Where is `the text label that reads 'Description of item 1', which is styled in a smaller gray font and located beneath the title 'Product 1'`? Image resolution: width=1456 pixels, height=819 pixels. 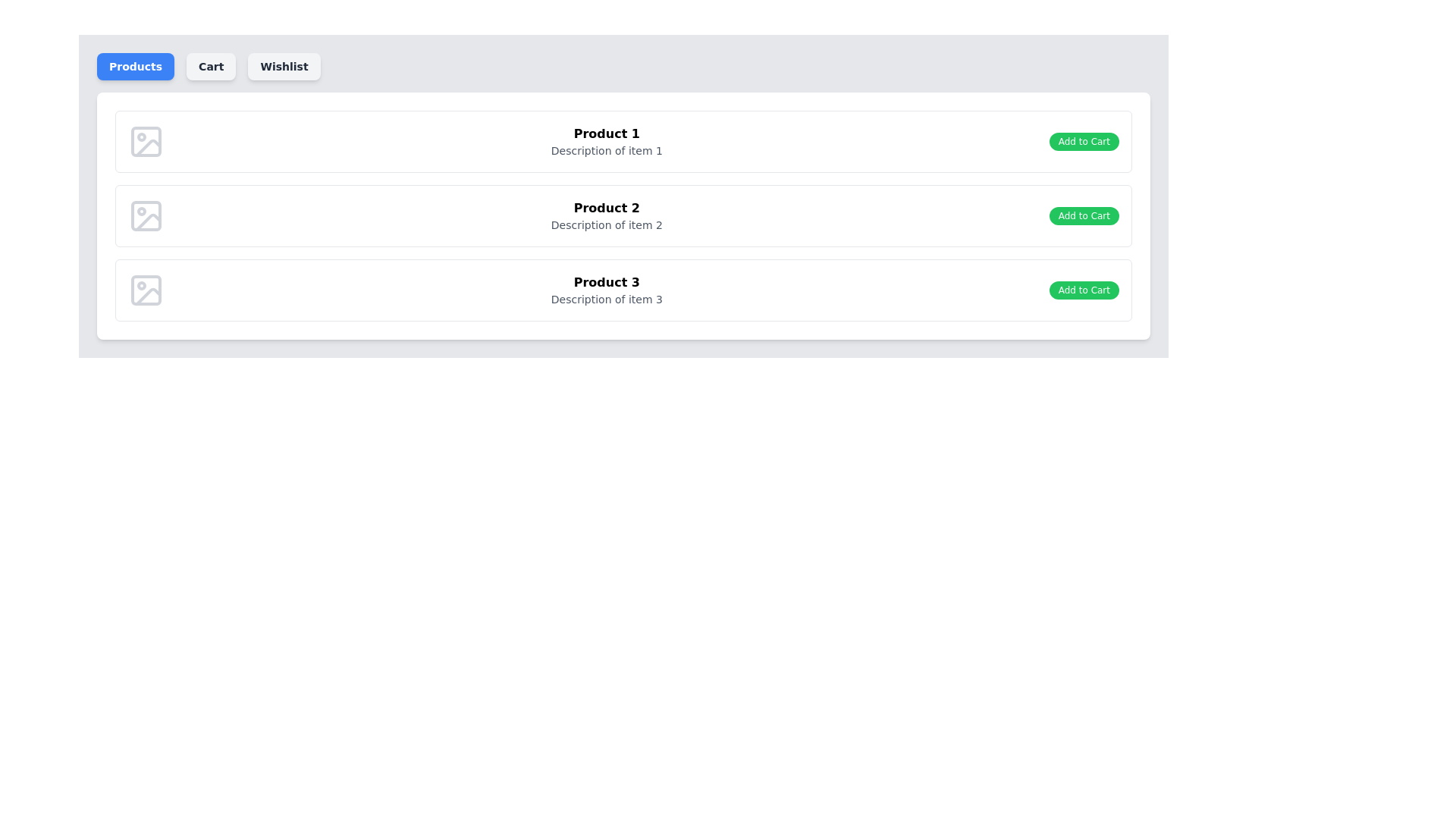
the text label that reads 'Description of item 1', which is styled in a smaller gray font and located beneath the title 'Product 1' is located at coordinates (607, 151).